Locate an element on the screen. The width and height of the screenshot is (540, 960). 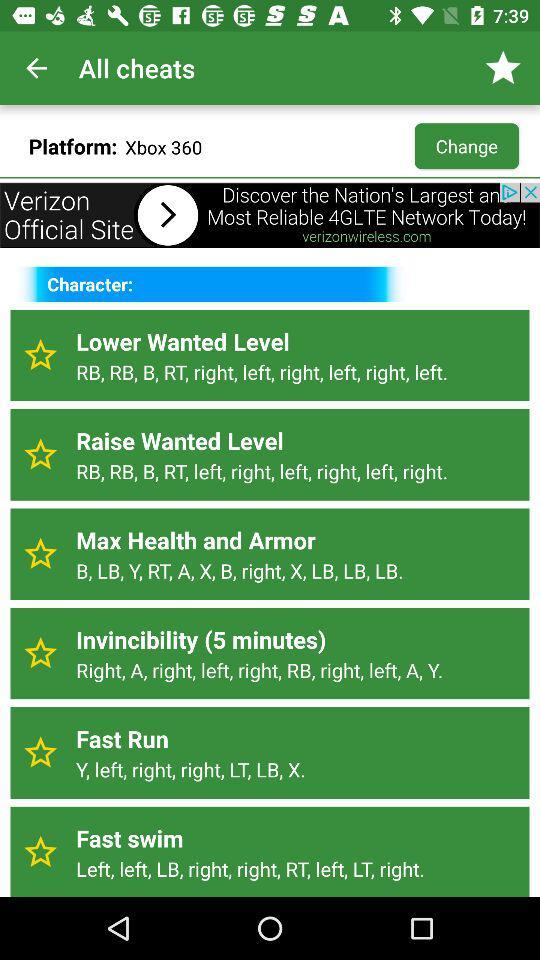
the official website is located at coordinates (270, 215).